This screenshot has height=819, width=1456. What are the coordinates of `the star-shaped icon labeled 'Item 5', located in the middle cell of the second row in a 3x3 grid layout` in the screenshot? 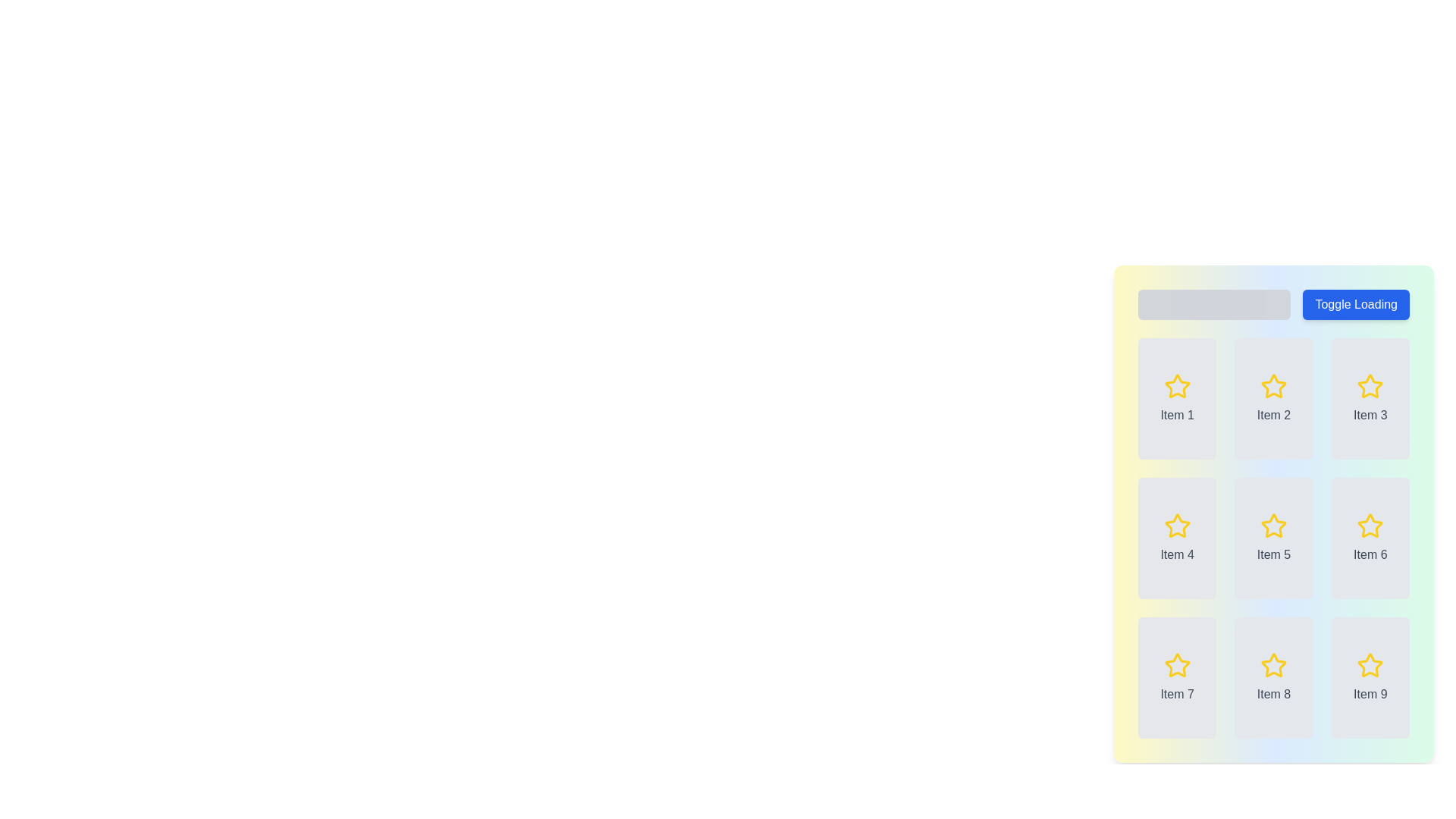 It's located at (1274, 525).